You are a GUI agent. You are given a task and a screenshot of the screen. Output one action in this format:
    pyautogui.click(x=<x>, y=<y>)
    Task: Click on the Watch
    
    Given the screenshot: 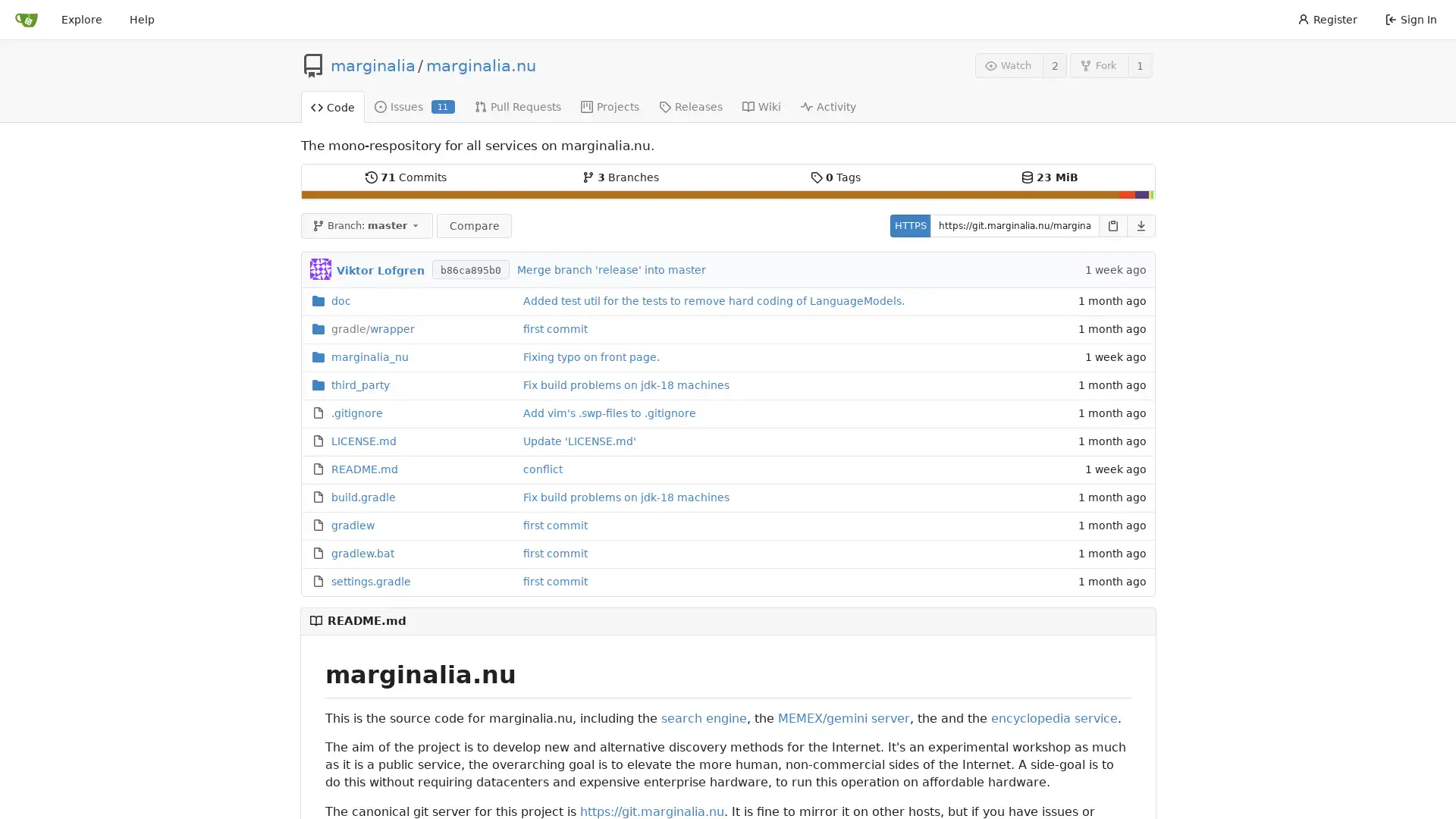 What is the action you would take?
    pyautogui.click(x=1008, y=64)
    